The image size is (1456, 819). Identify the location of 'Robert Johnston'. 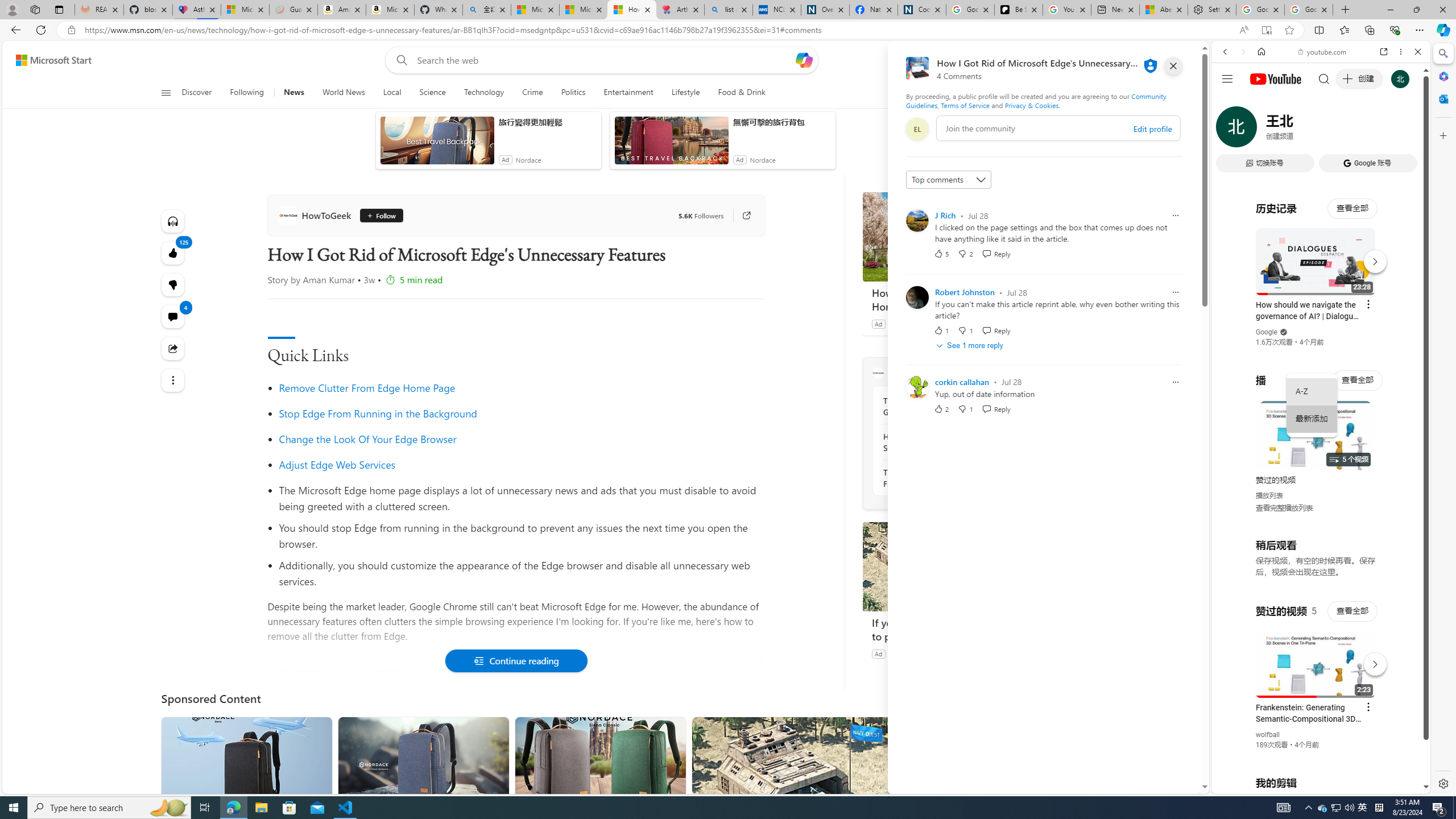
(964, 292).